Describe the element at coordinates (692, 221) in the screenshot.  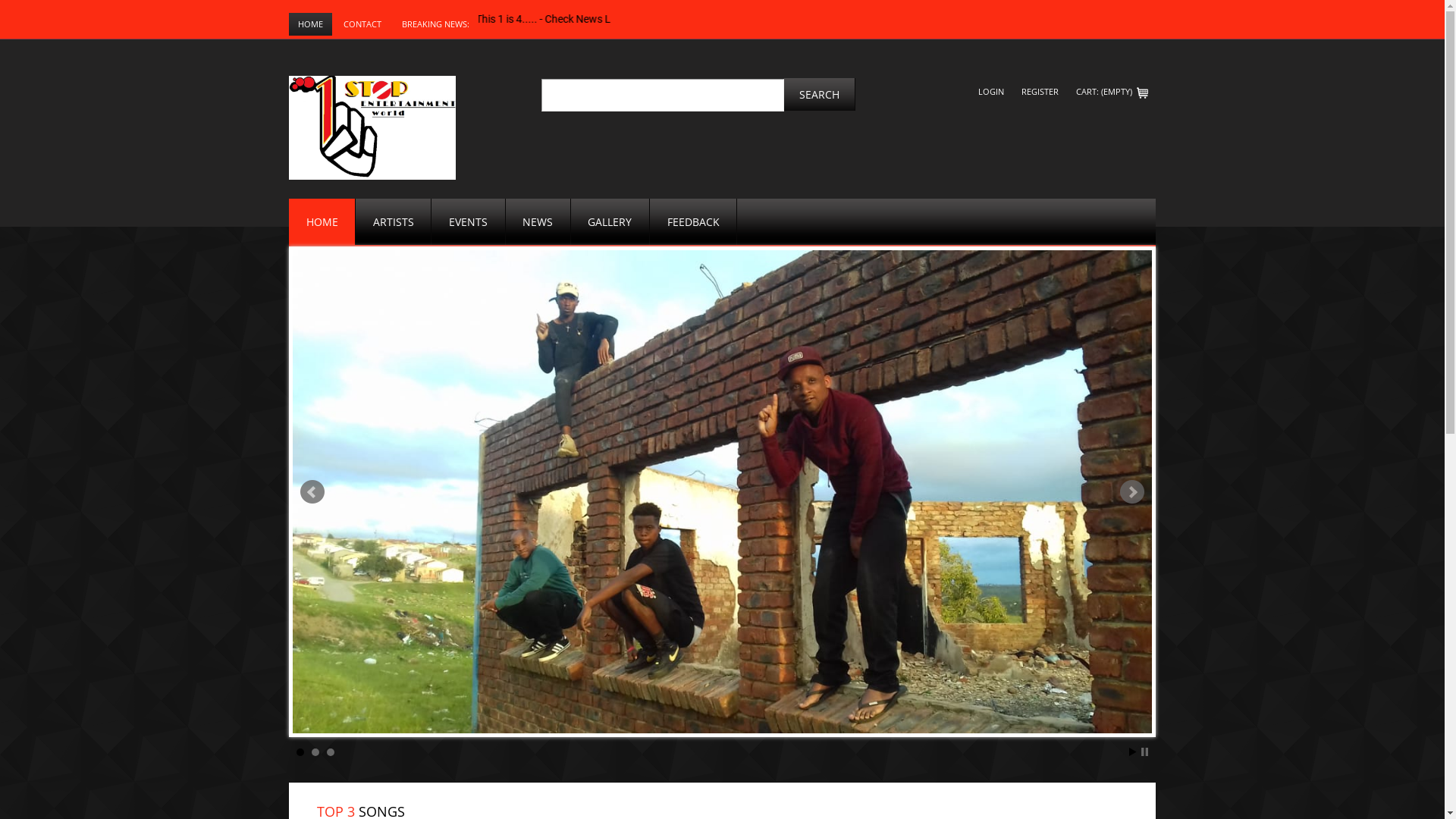
I see `'FEEDBACK'` at that location.